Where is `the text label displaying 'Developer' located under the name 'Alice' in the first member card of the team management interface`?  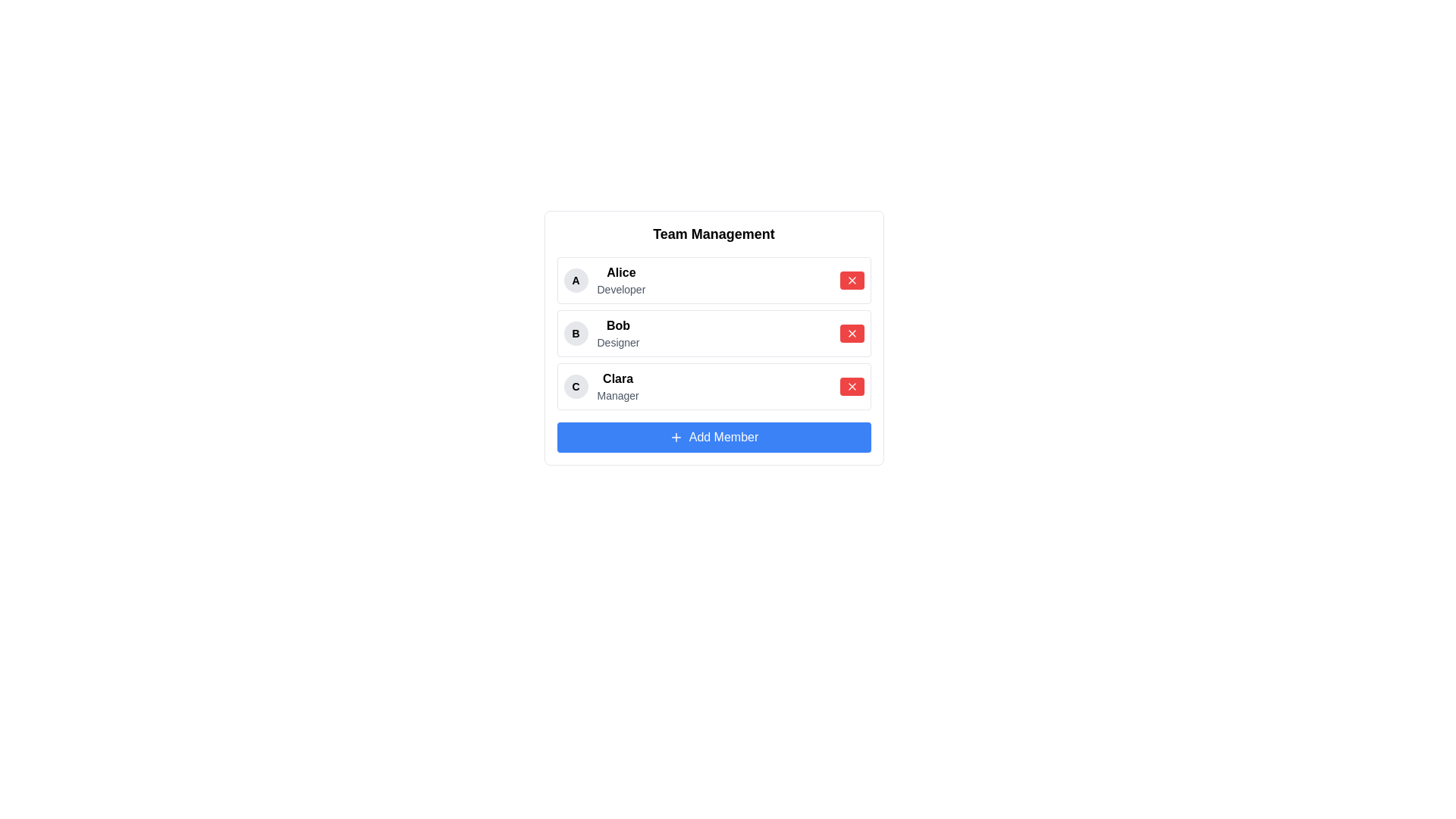 the text label displaying 'Developer' located under the name 'Alice' in the first member card of the team management interface is located at coordinates (621, 289).